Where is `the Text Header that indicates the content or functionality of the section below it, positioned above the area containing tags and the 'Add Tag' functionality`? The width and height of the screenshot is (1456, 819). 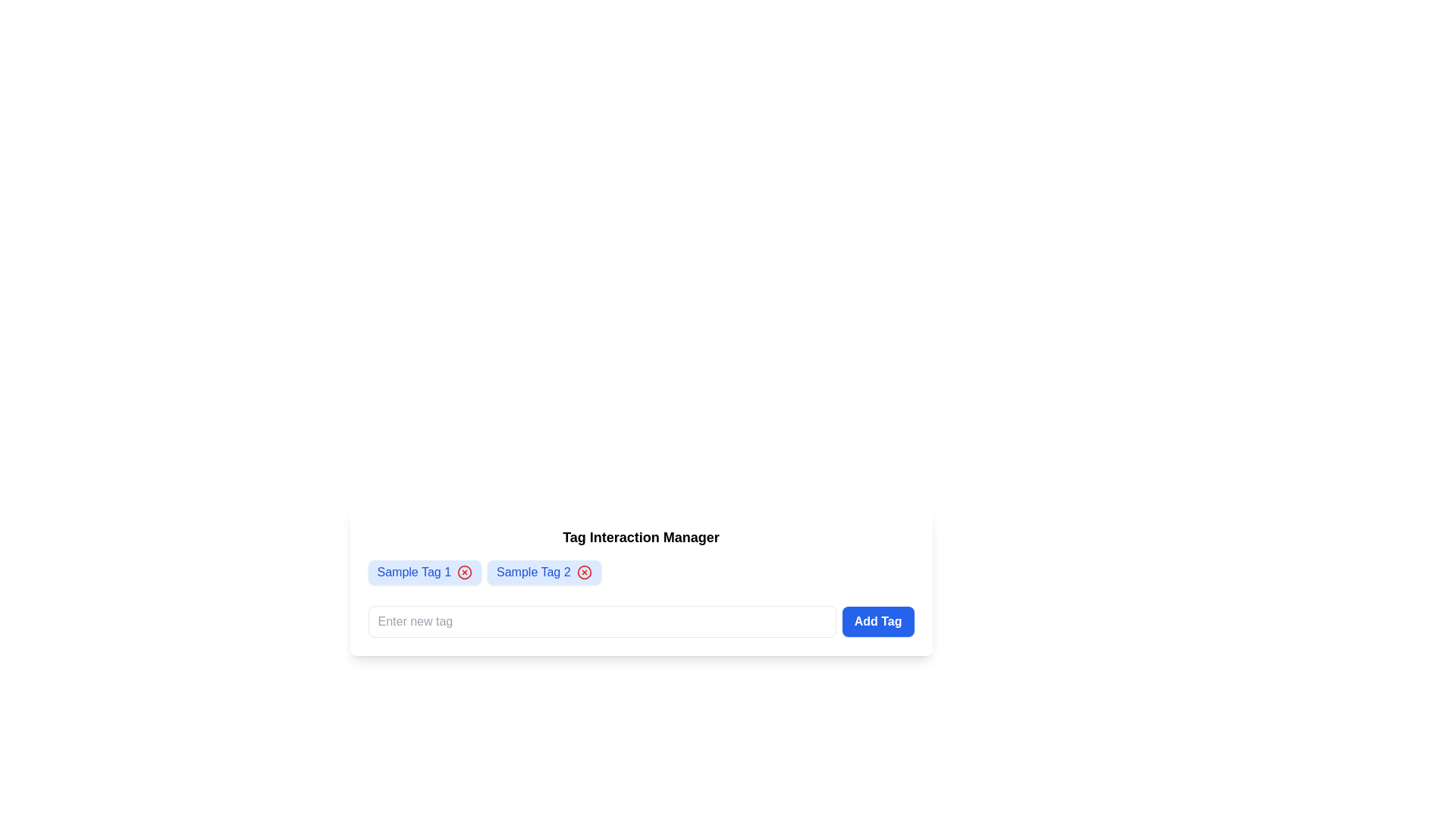
the Text Header that indicates the content or functionality of the section below it, positioned above the area containing tags and the 'Add Tag' functionality is located at coordinates (641, 537).